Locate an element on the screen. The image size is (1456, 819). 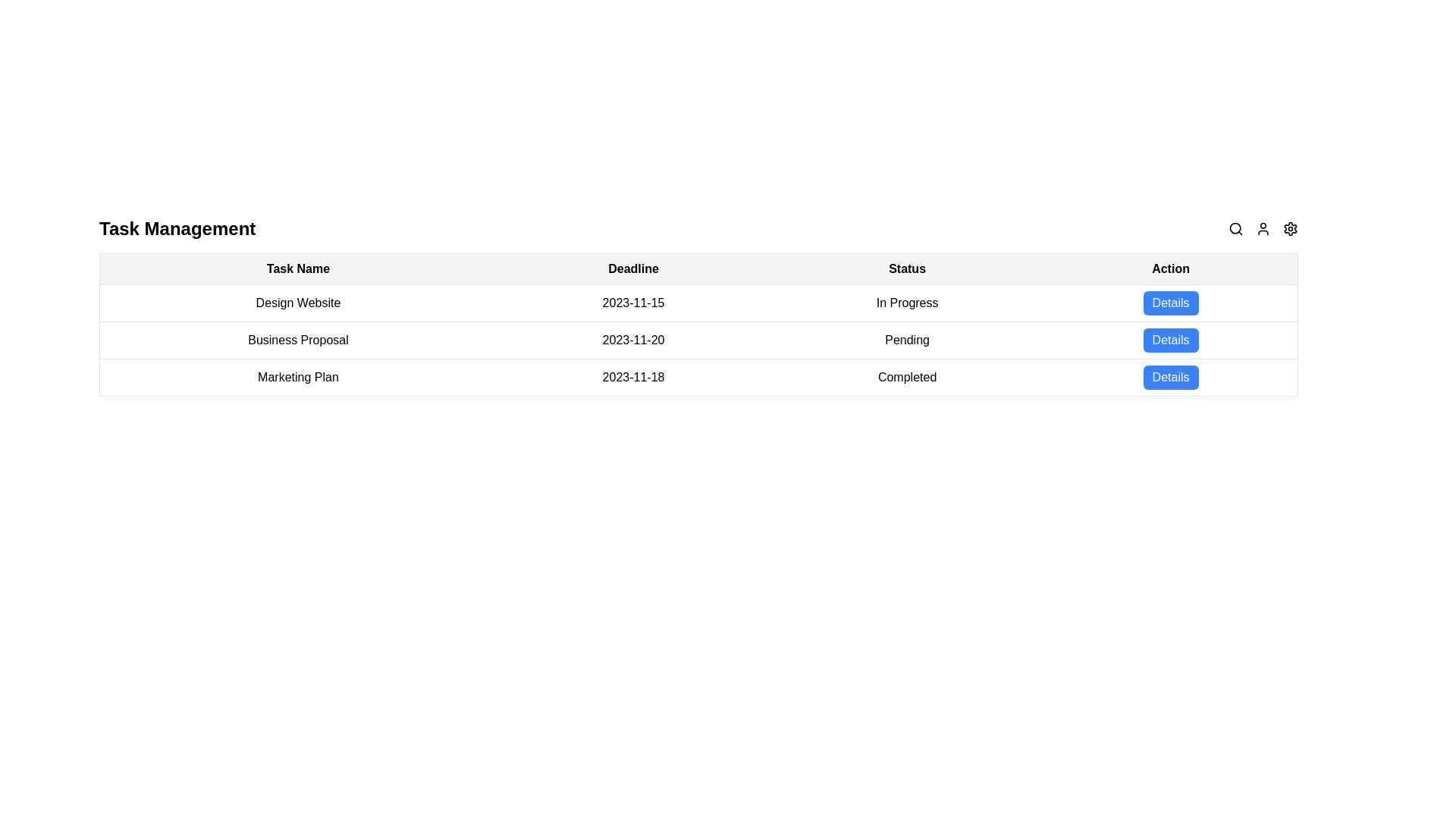
the button located at the far right of the 'Business Proposal' row in the table is located at coordinates (1170, 339).